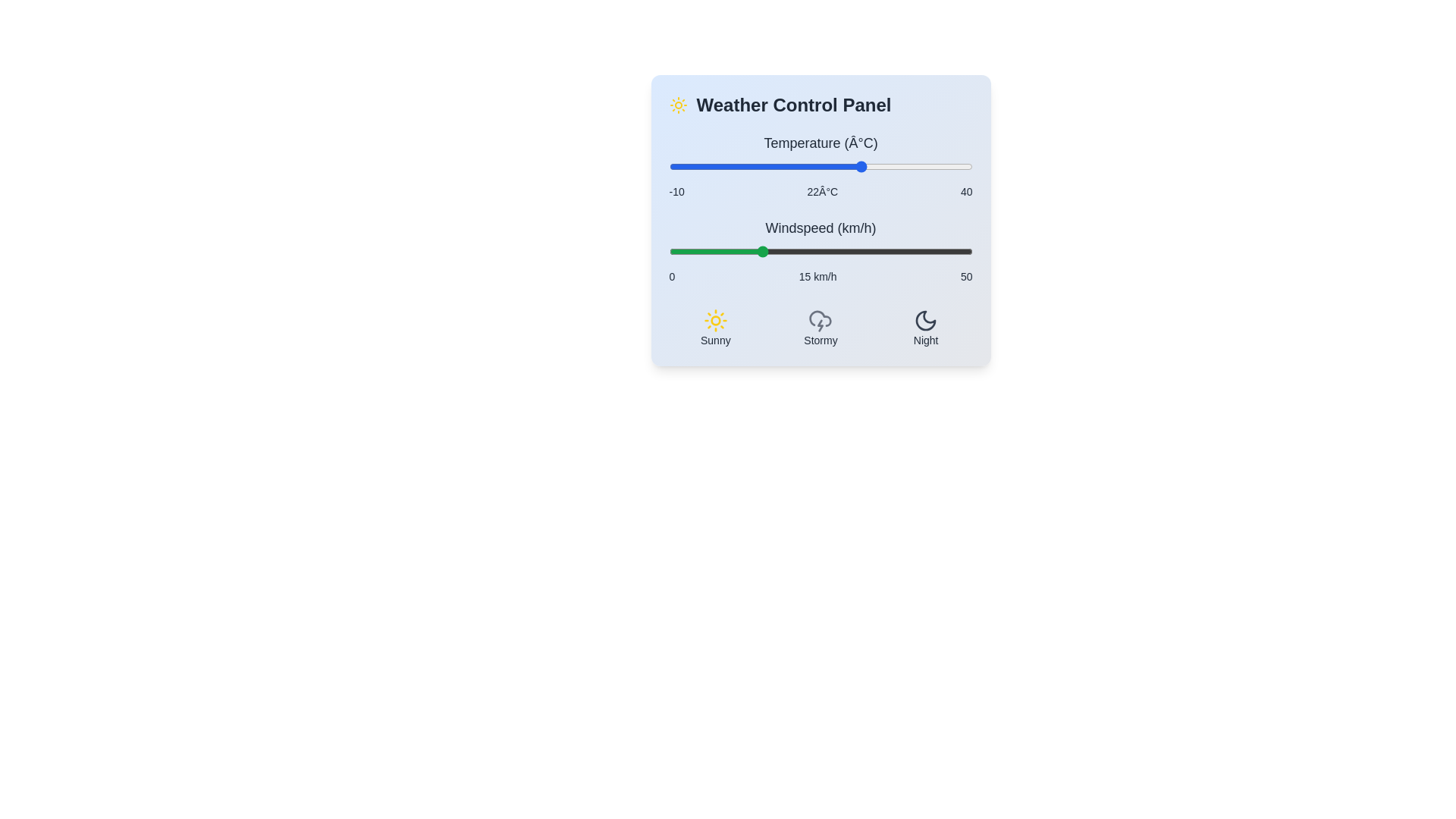 This screenshot has width=1456, height=819. Describe the element at coordinates (714, 339) in the screenshot. I see `the text label that indicates the current weather condition as 'Sunny' located in the 'Weather Control Panel' interface, under the sun icon` at that location.